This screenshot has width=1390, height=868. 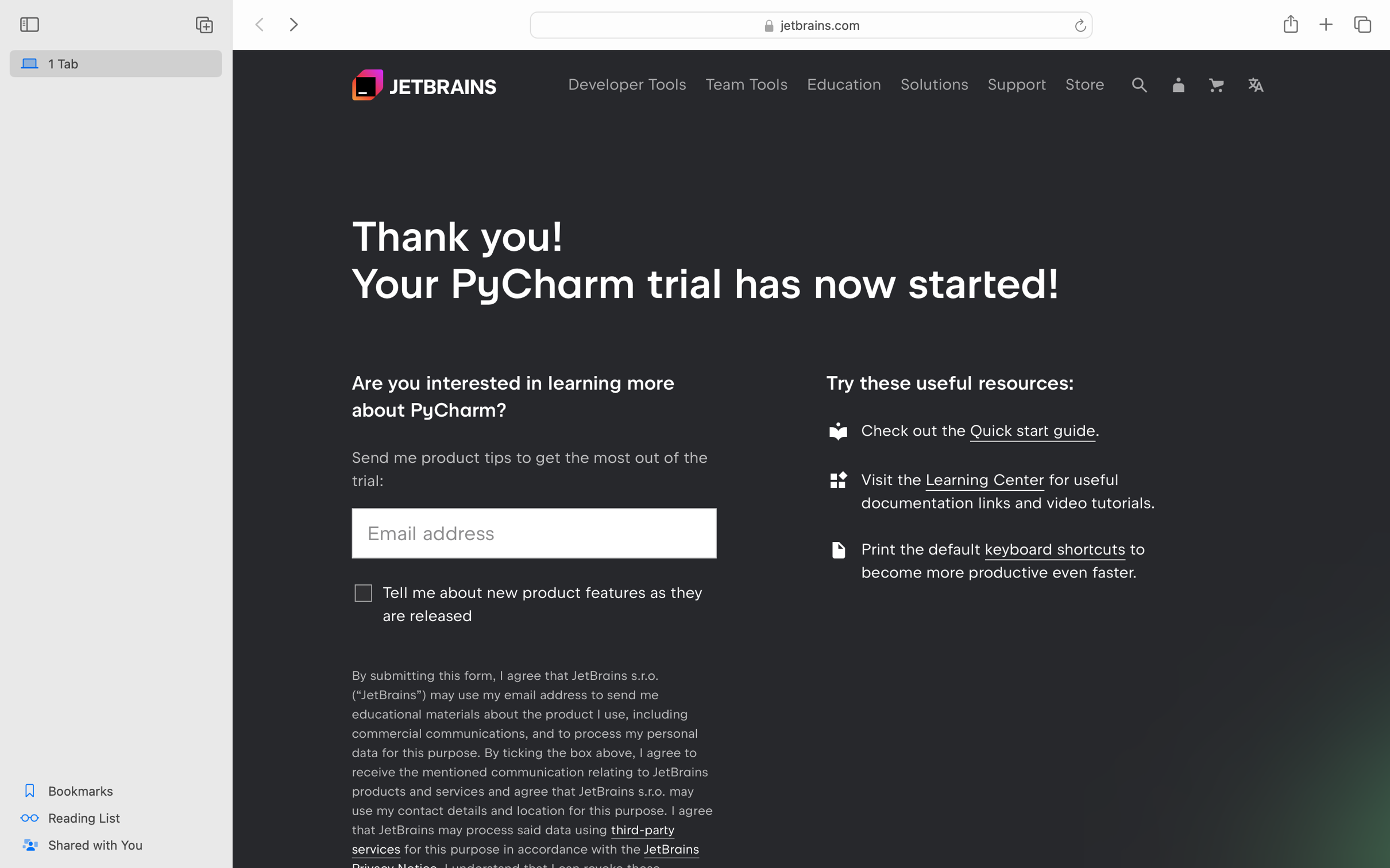 What do you see at coordinates (506, 868) in the screenshot?
I see `'. I understand that I can revoke these consents at any time in'` at bounding box center [506, 868].